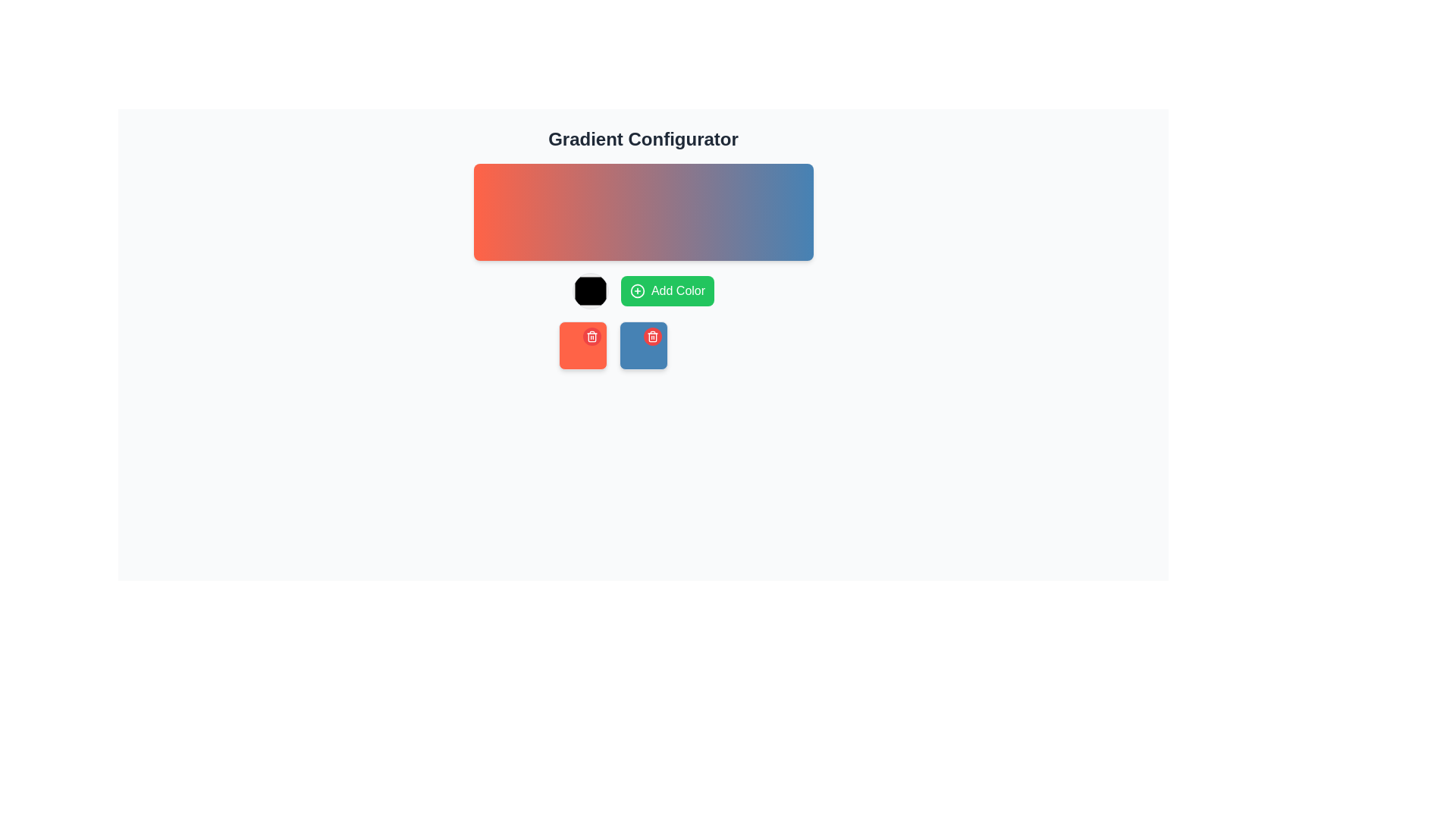  What do you see at coordinates (643, 345) in the screenshot?
I see `the blue Color/Swatch widget with a delete action located in the second column of the 3-column grid` at bounding box center [643, 345].